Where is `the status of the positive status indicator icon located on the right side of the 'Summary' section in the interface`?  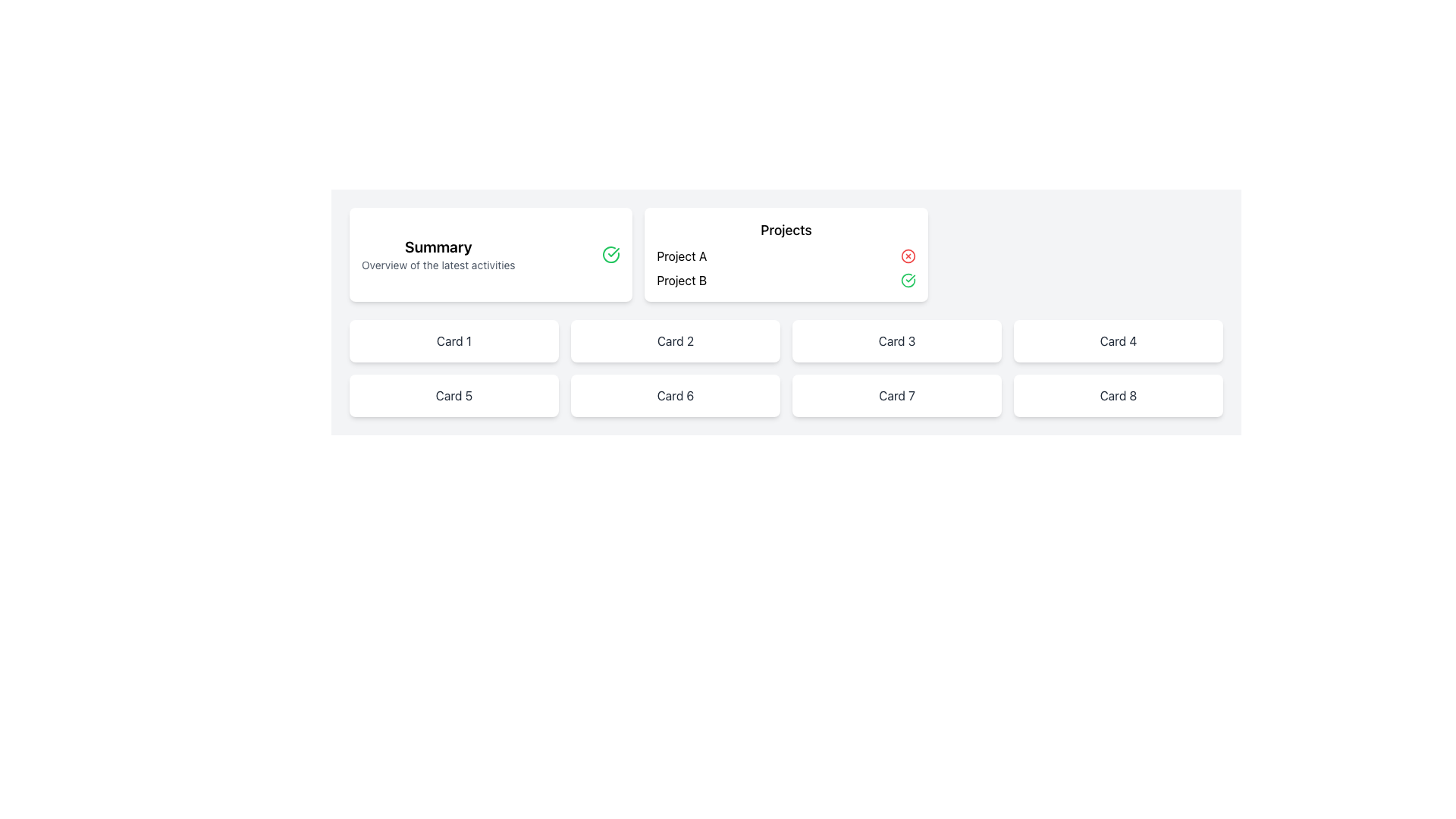
the status of the positive status indicator icon located on the right side of the 'Summary' section in the interface is located at coordinates (611, 253).